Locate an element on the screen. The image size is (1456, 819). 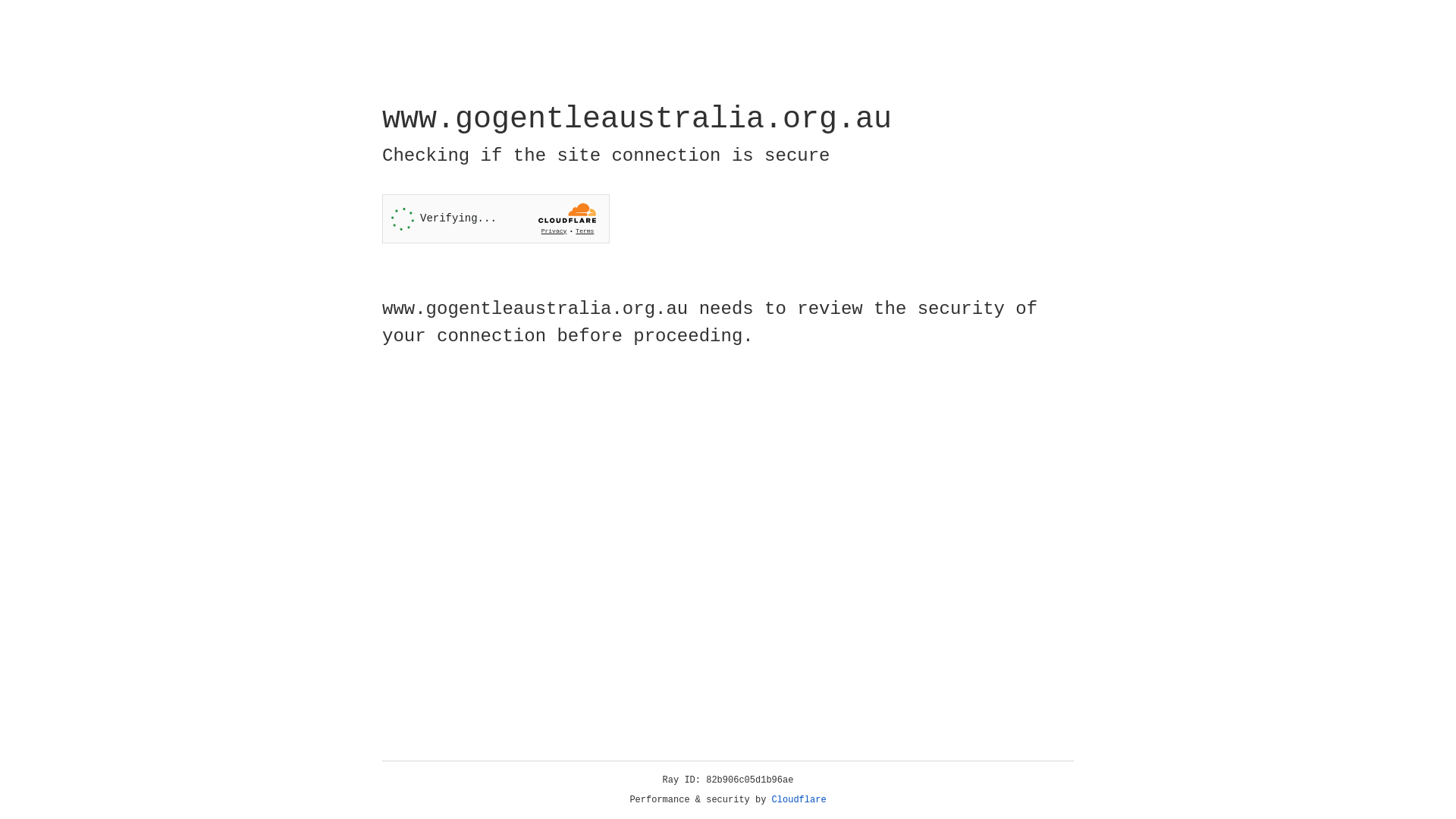
'Widget containing a Cloudflare security challenge' is located at coordinates (495, 218).